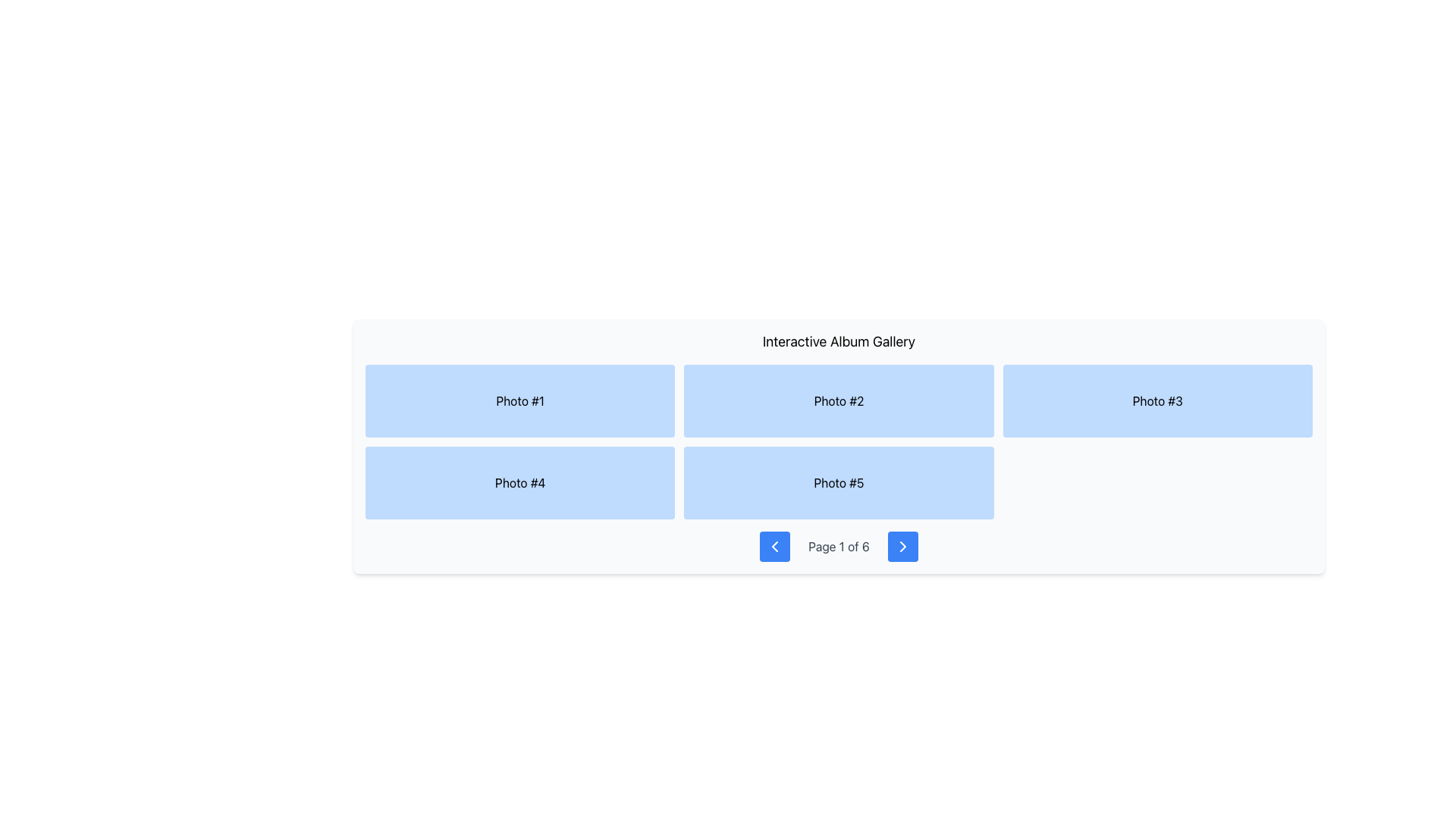 This screenshot has width=1456, height=819. I want to click on the 'Previous Page' chevron icon located inside the blue square button at the bottom left corner of the pagination control area, so click(775, 547).